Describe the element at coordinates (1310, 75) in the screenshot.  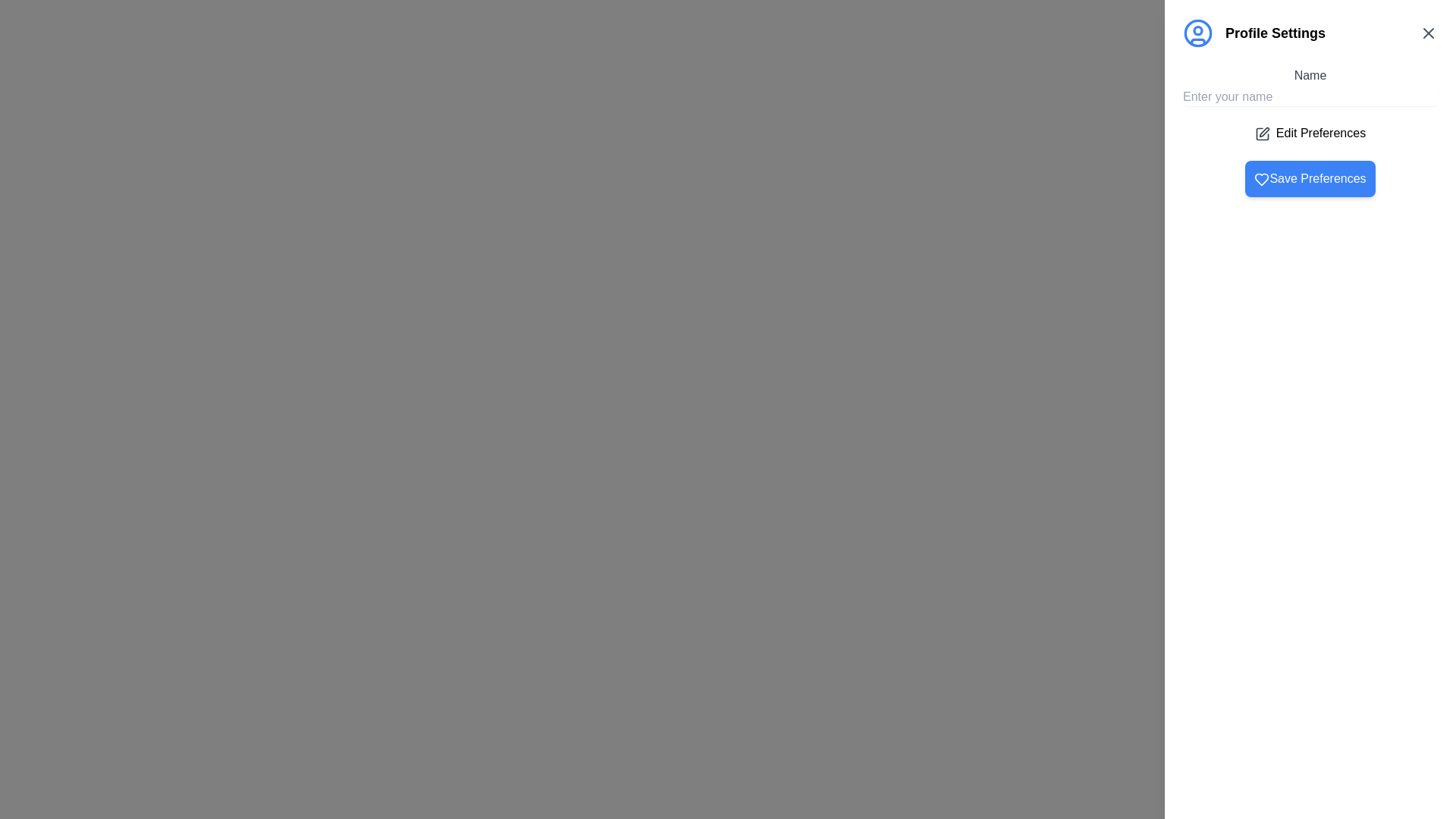
I see `the Text label located at the top-right section of the profile settings panel, which serves as a label for the name input field` at that location.